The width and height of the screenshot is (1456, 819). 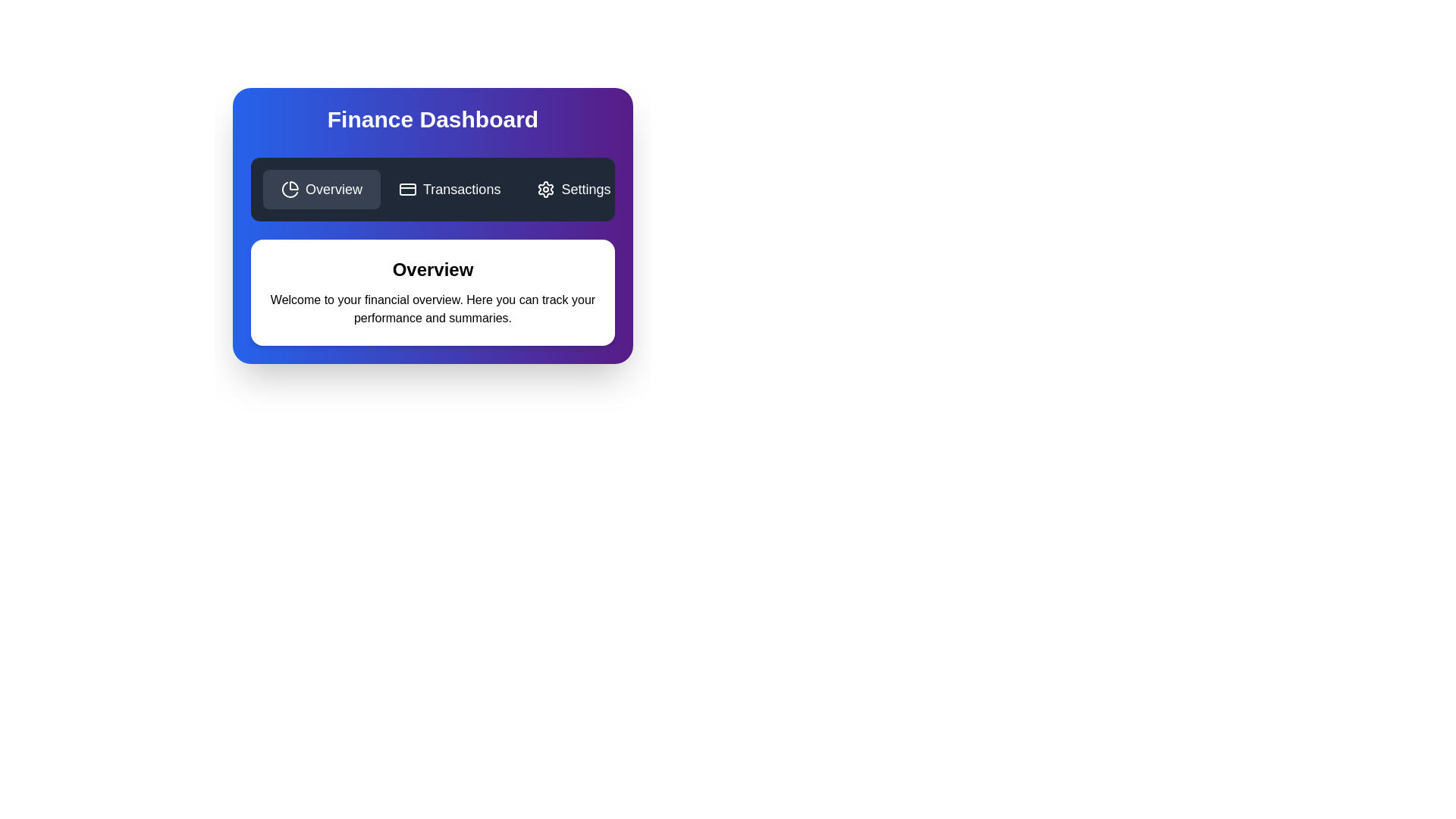 I want to click on the bold heading displaying the text 'Overview', which is prominently styled and centrally aligned within its section, so click(x=432, y=268).